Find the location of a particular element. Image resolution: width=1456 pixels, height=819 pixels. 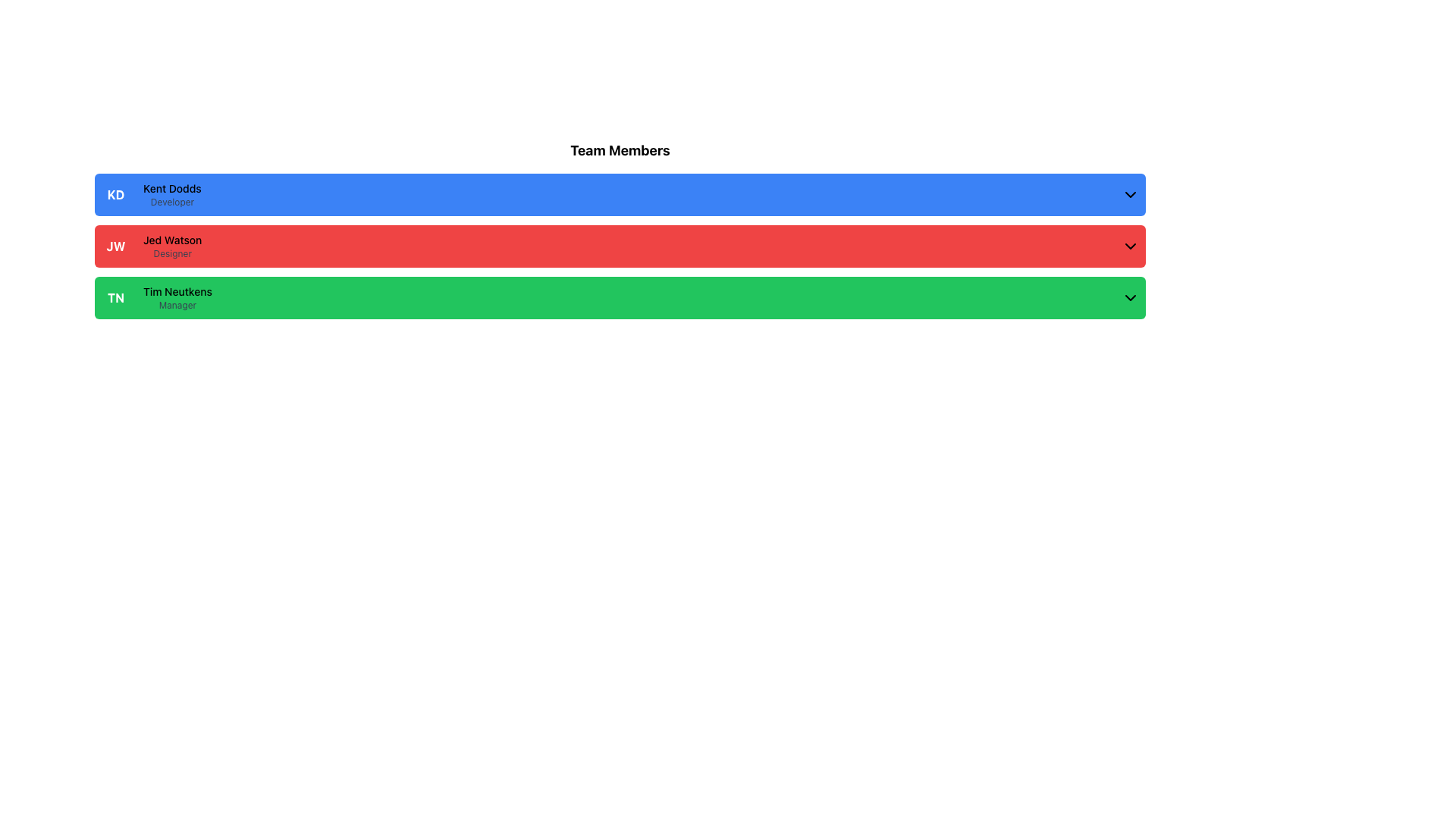

the text label displaying the name 'Kent Dodds' located in the blue section at the top of the list is located at coordinates (172, 188).